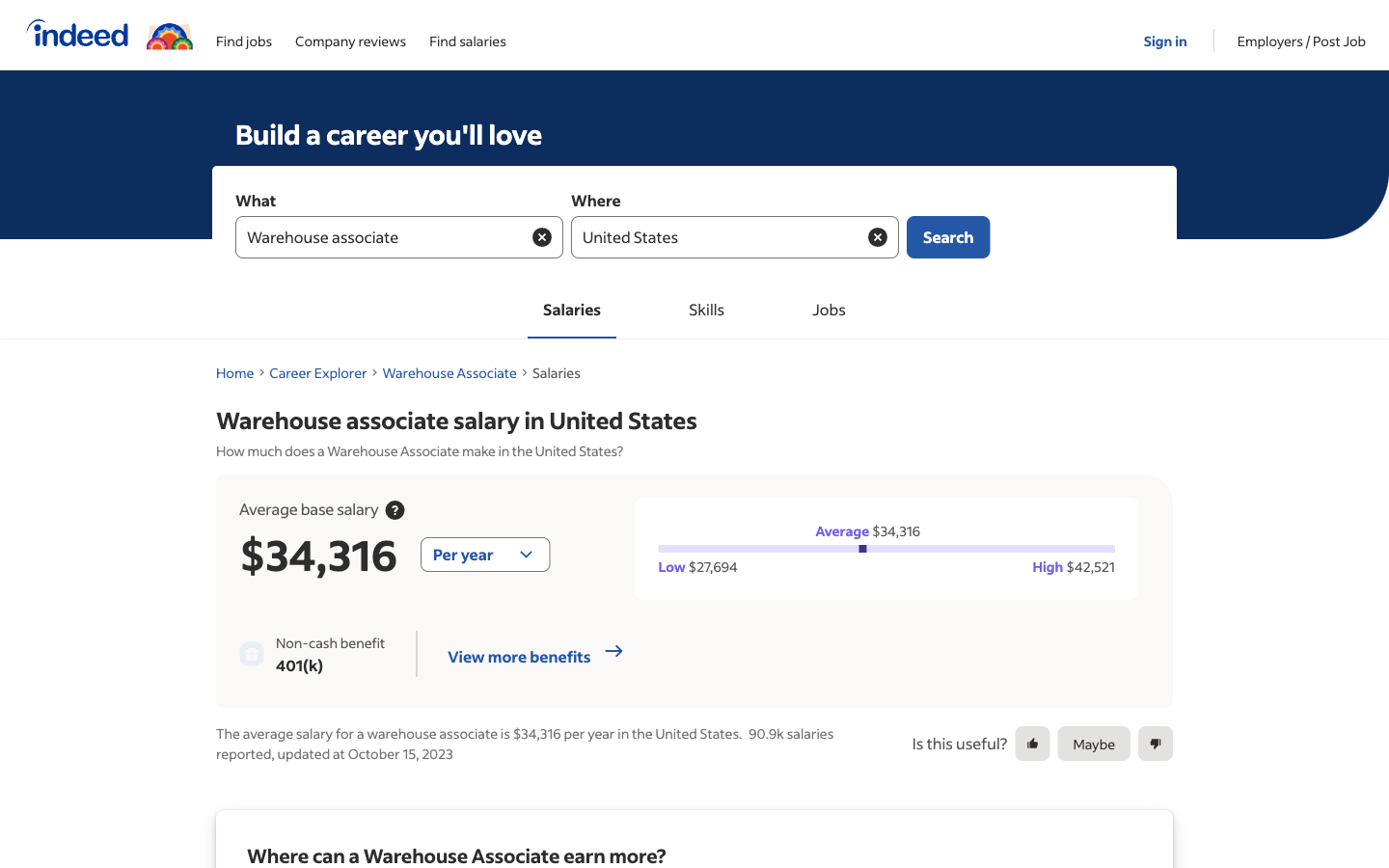 The width and height of the screenshot is (1389, 868). Describe the element at coordinates (393, 509) in the screenshot. I see `a research on median pay statistics` at that location.